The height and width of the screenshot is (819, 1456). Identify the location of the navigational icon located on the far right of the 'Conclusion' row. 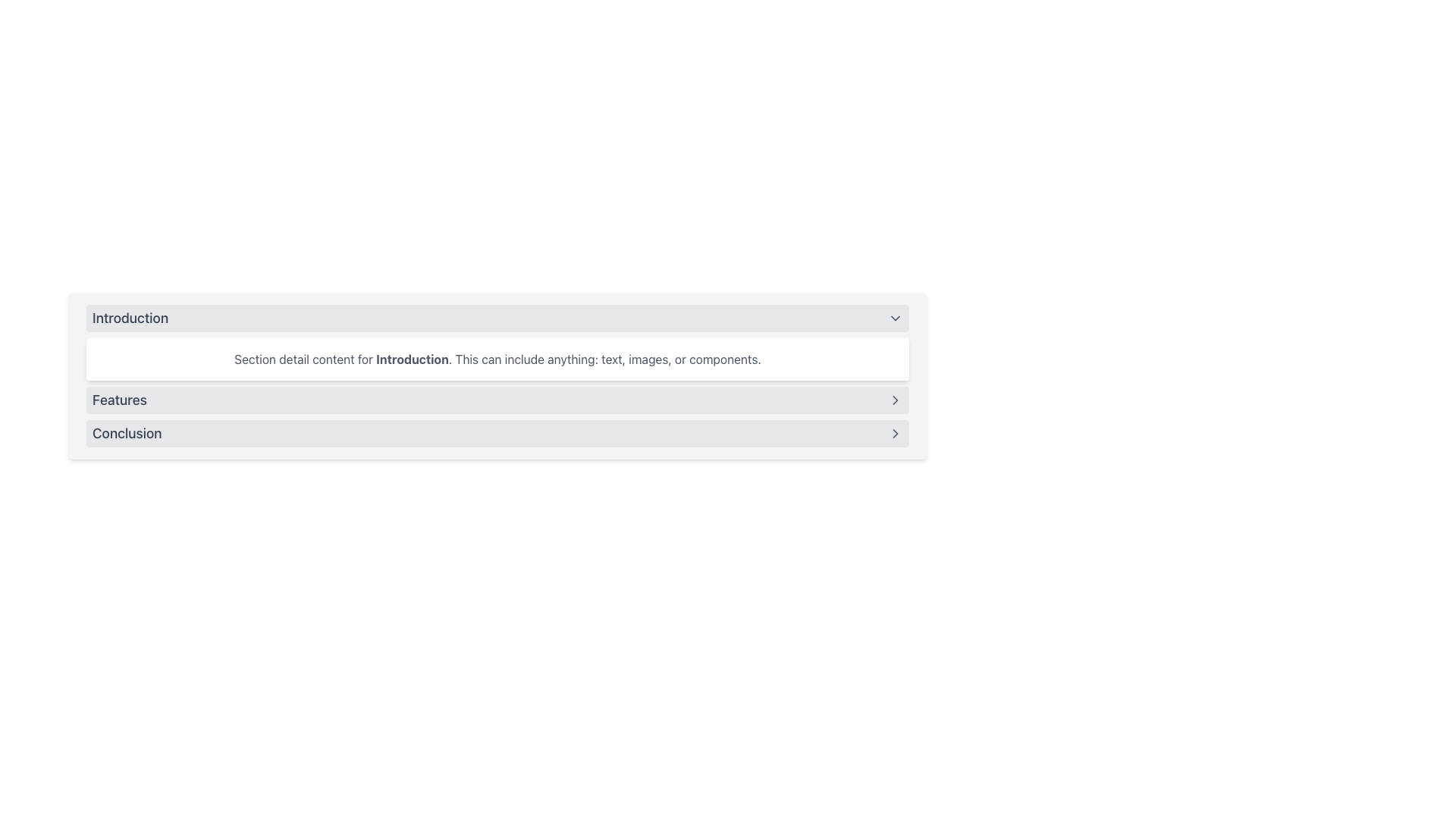
(895, 433).